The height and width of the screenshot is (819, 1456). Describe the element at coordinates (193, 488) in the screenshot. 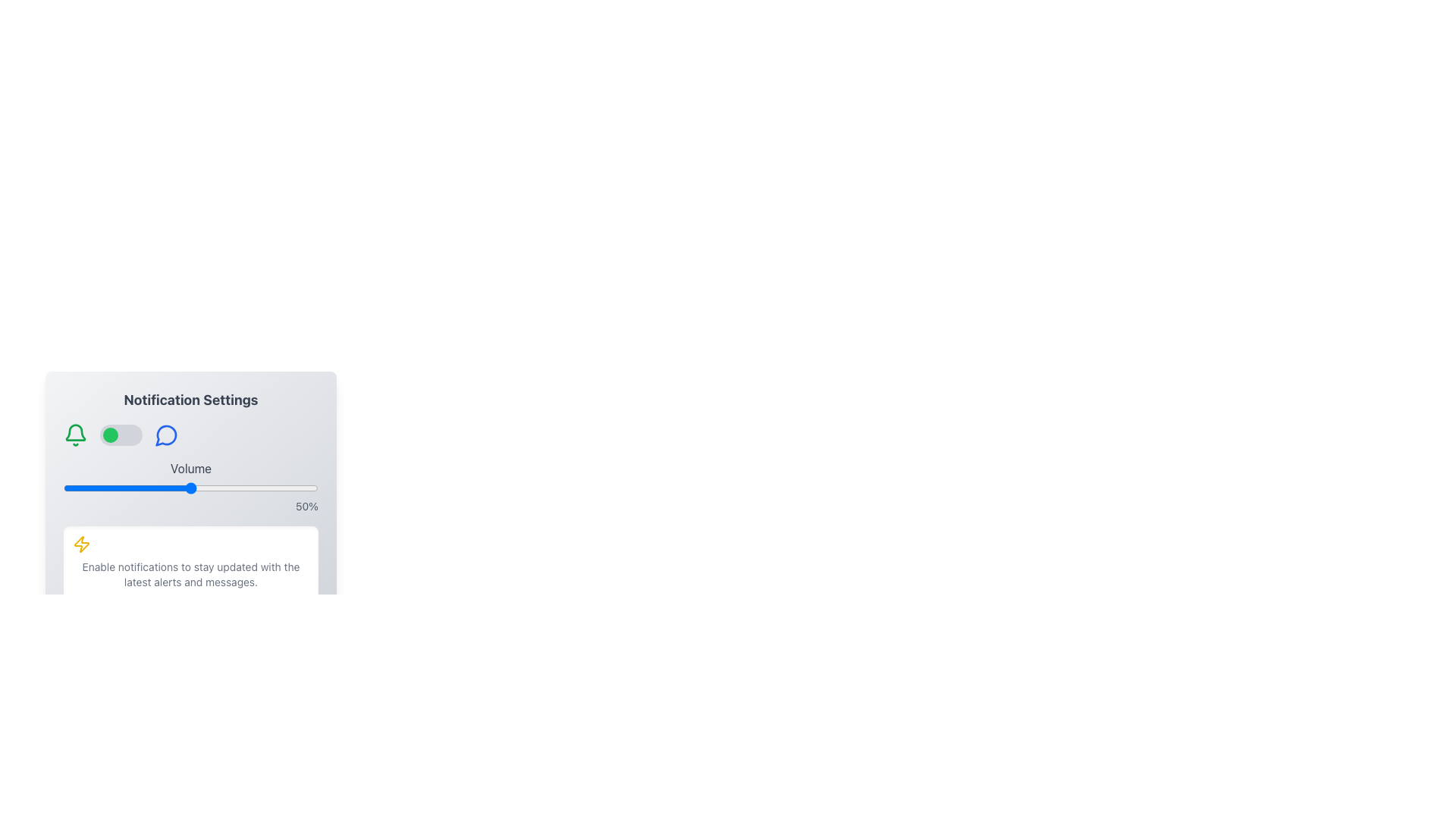

I see `the volume` at that location.